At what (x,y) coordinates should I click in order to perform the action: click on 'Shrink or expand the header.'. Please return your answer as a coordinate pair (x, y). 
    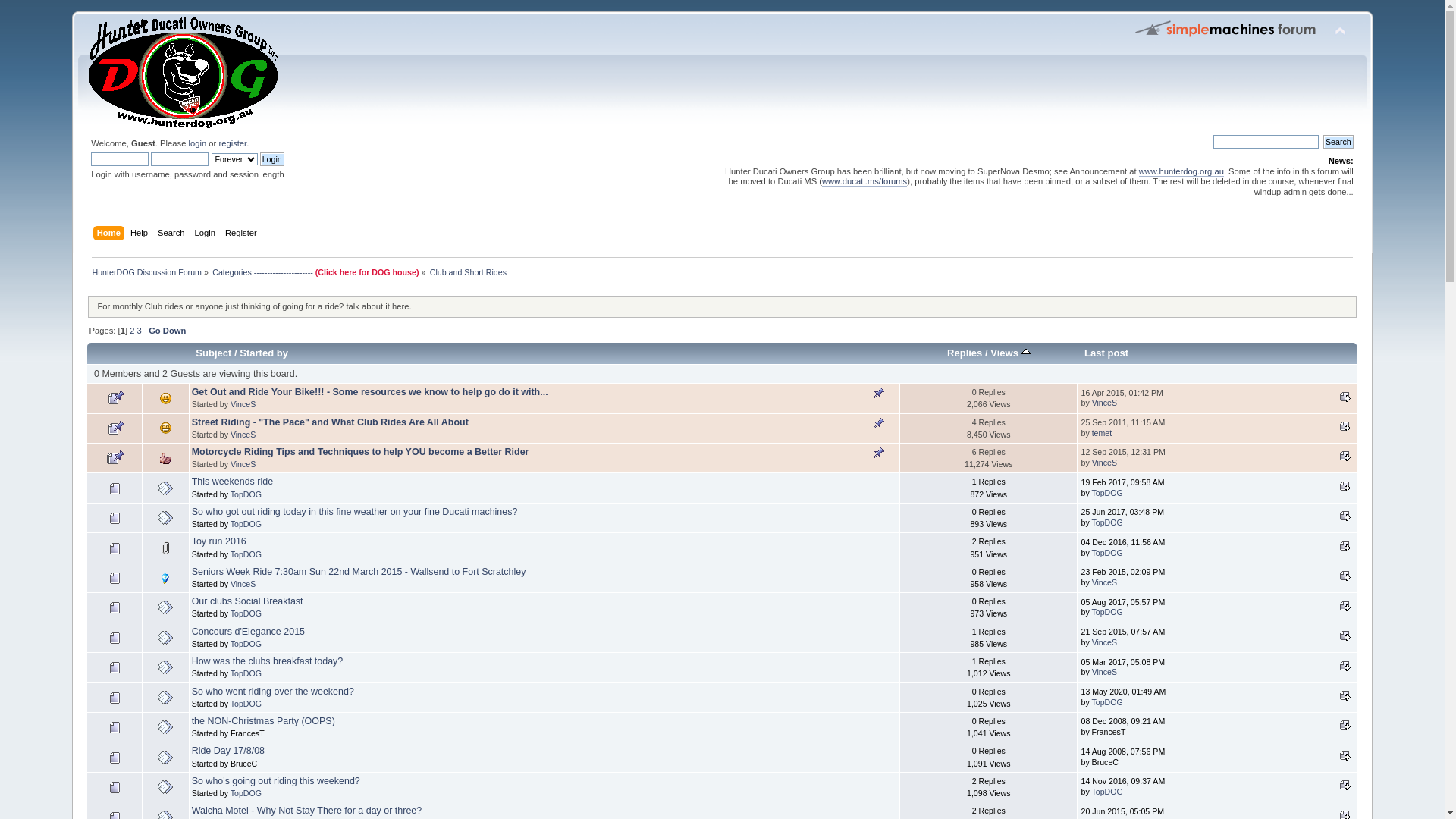
    Looking at the image, I should click on (1339, 32).